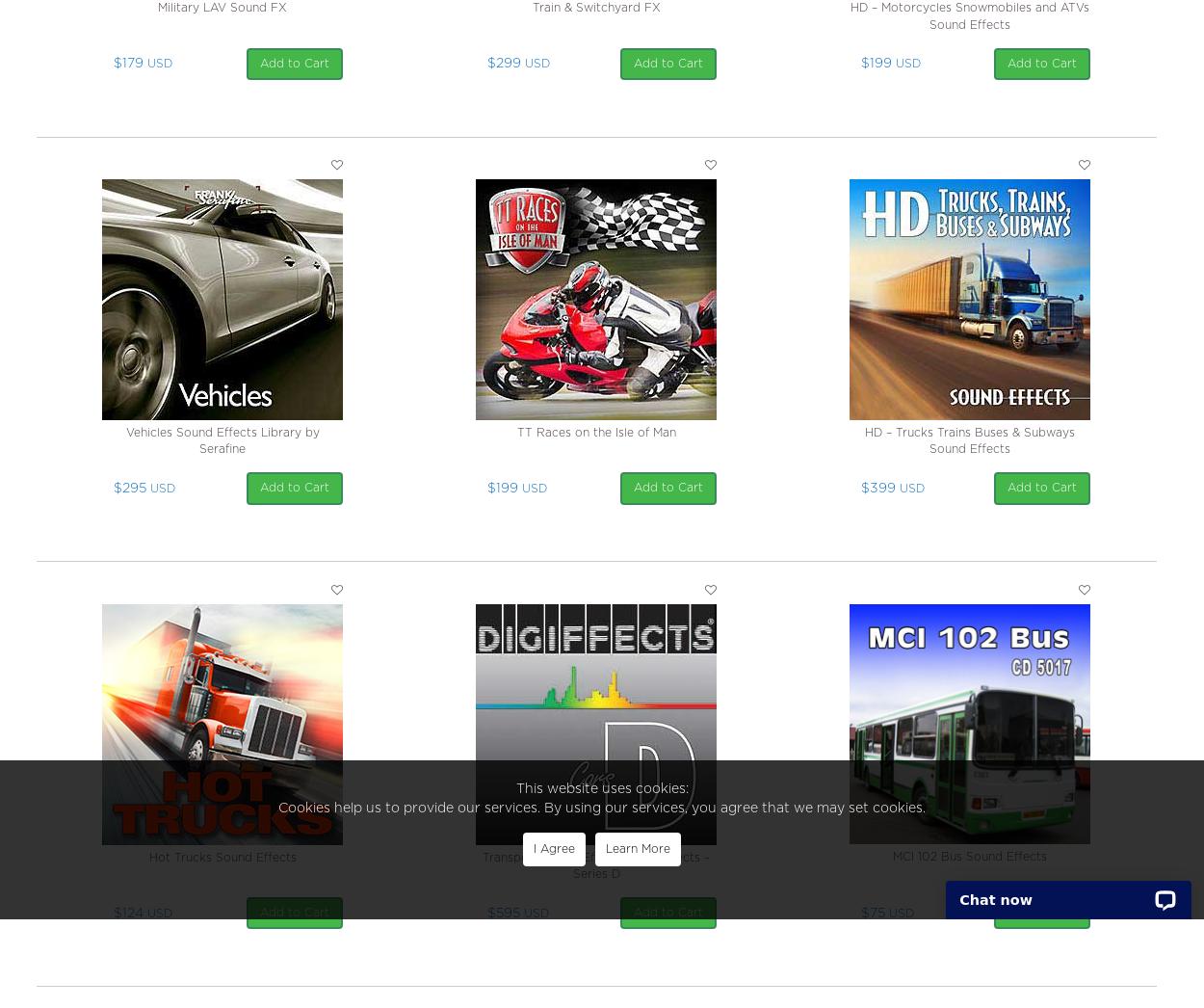  What do you see at coordinates (969, 439) in the screenshot?
I see `'HD – Trucks Trains Buses & Subways Sound Effects'` at bounding box center [969, 439].